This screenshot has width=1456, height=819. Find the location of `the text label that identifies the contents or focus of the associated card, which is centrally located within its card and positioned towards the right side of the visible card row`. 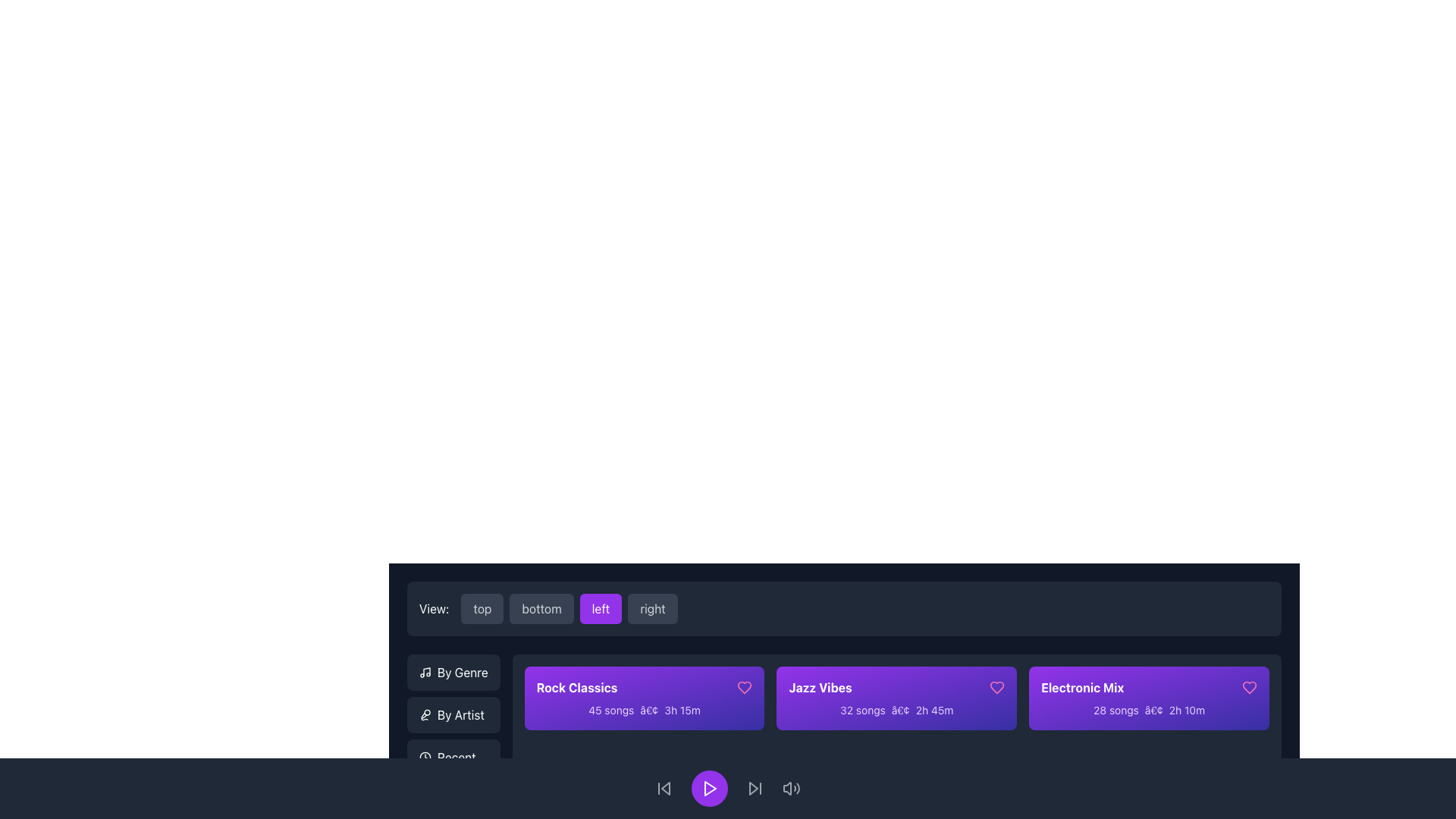

the text label that identifies the contents or focus of the associated card, which is centrally located within its card and positioned towards the right side of the visible card row is located at coordinates (1081, 687).